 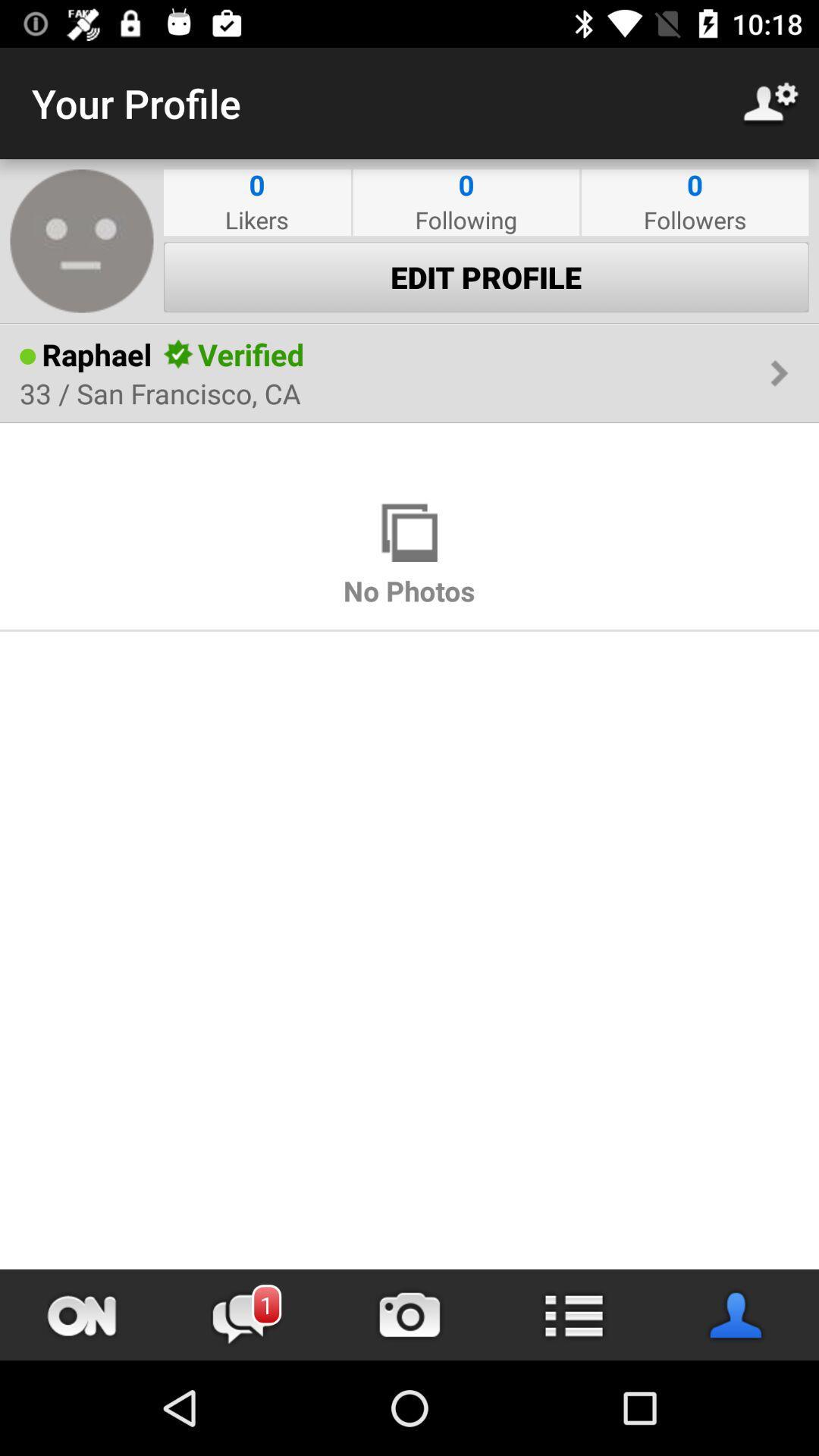 I want to click on the icon above raphael item, so click(x=409, y=323).